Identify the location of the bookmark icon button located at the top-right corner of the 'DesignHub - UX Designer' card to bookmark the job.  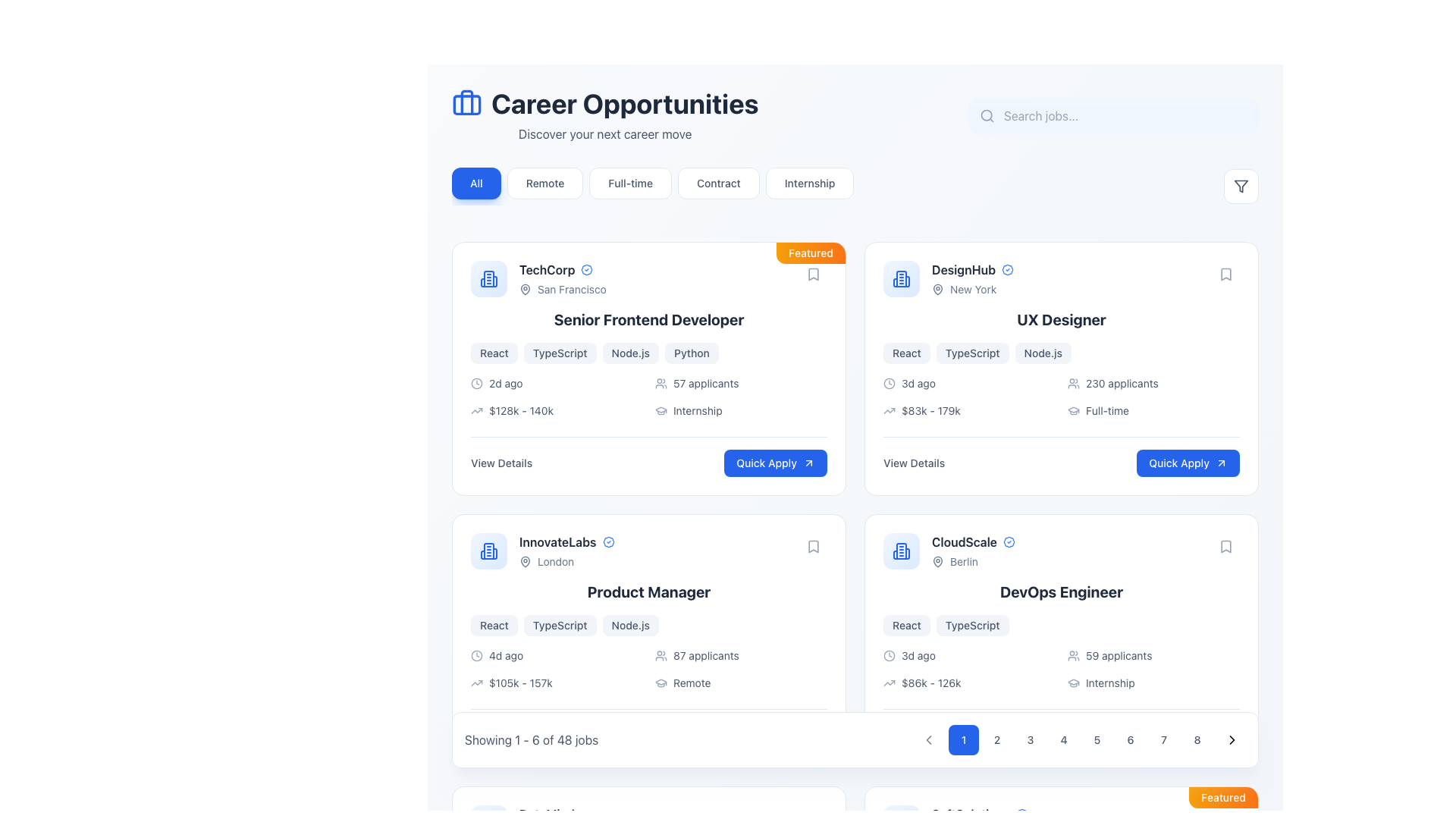
(1226, 275).